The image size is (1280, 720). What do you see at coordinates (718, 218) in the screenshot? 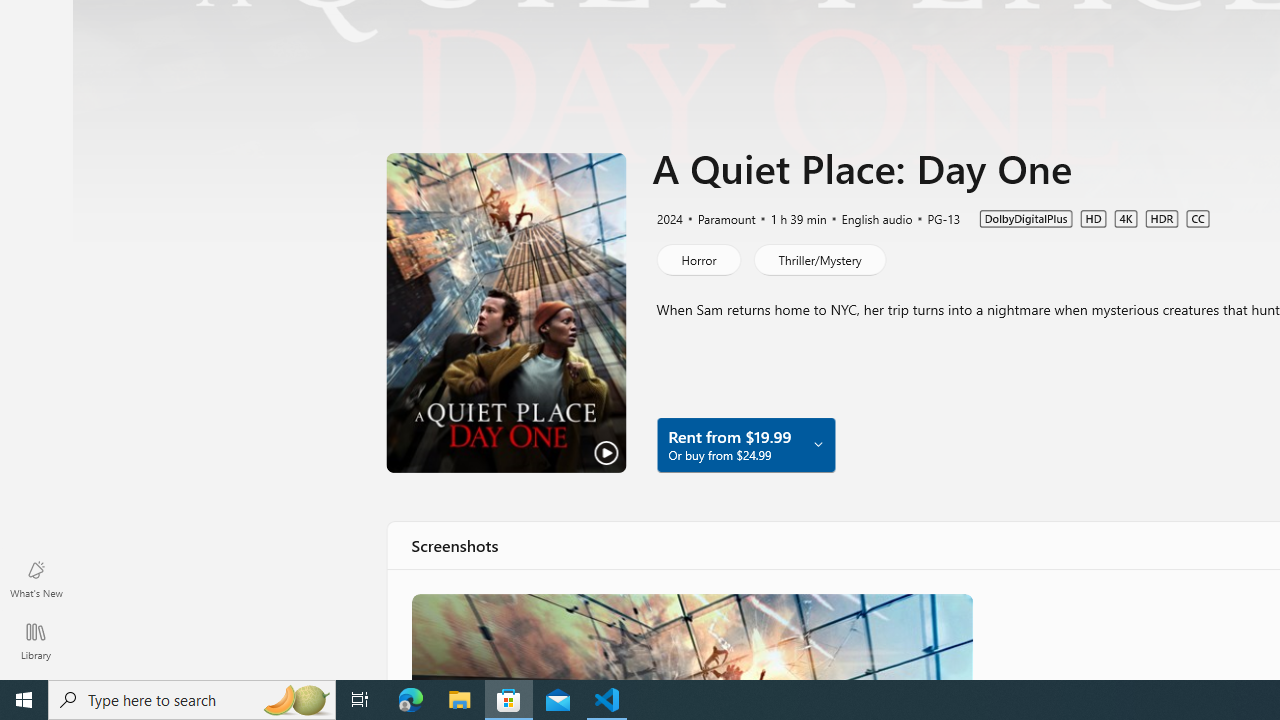
I see `'Paramount'` at bounding box center [718, 218].